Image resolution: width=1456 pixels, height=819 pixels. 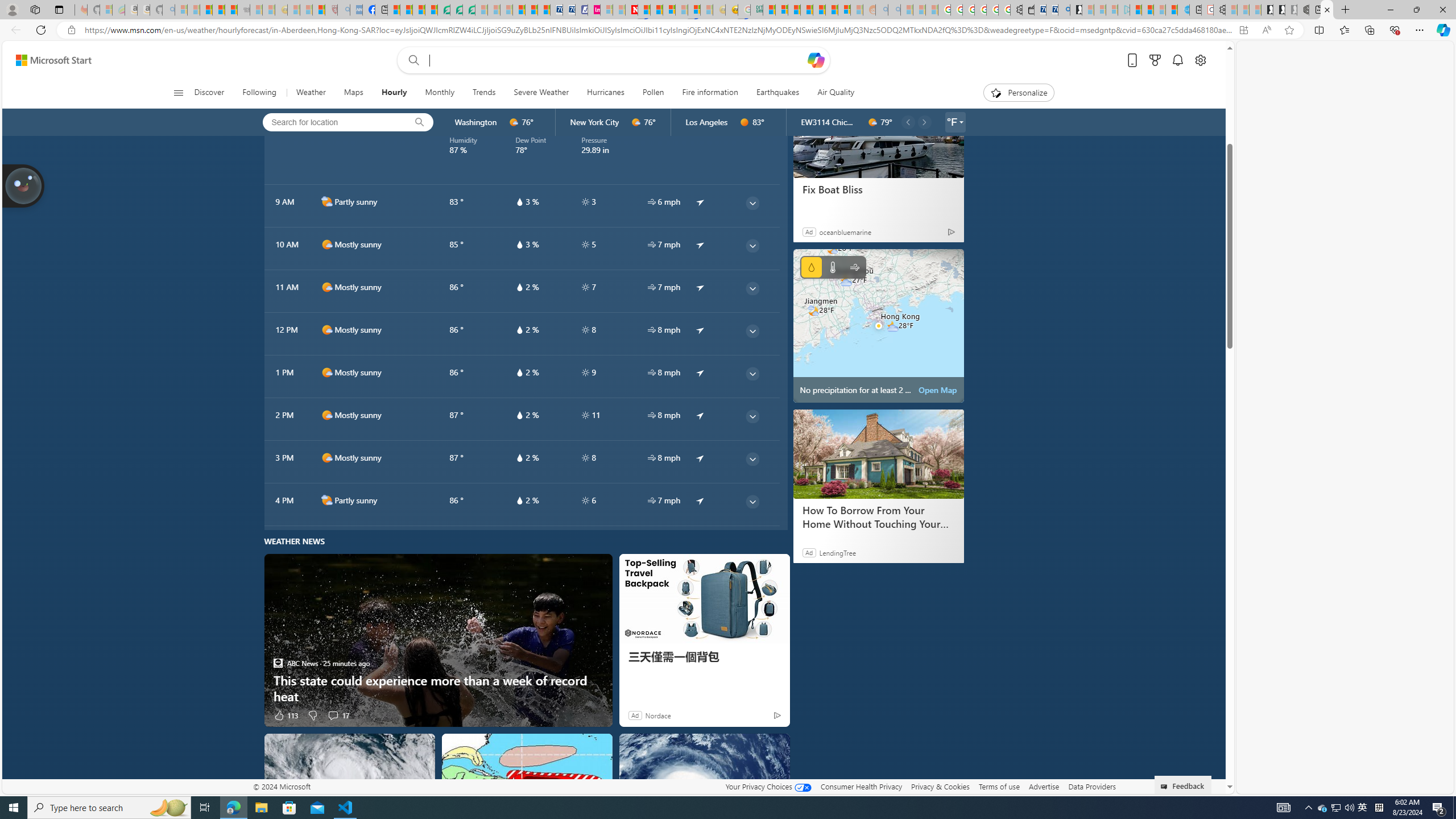 I want to click on 'Fire information', so click(x=709, y=92).